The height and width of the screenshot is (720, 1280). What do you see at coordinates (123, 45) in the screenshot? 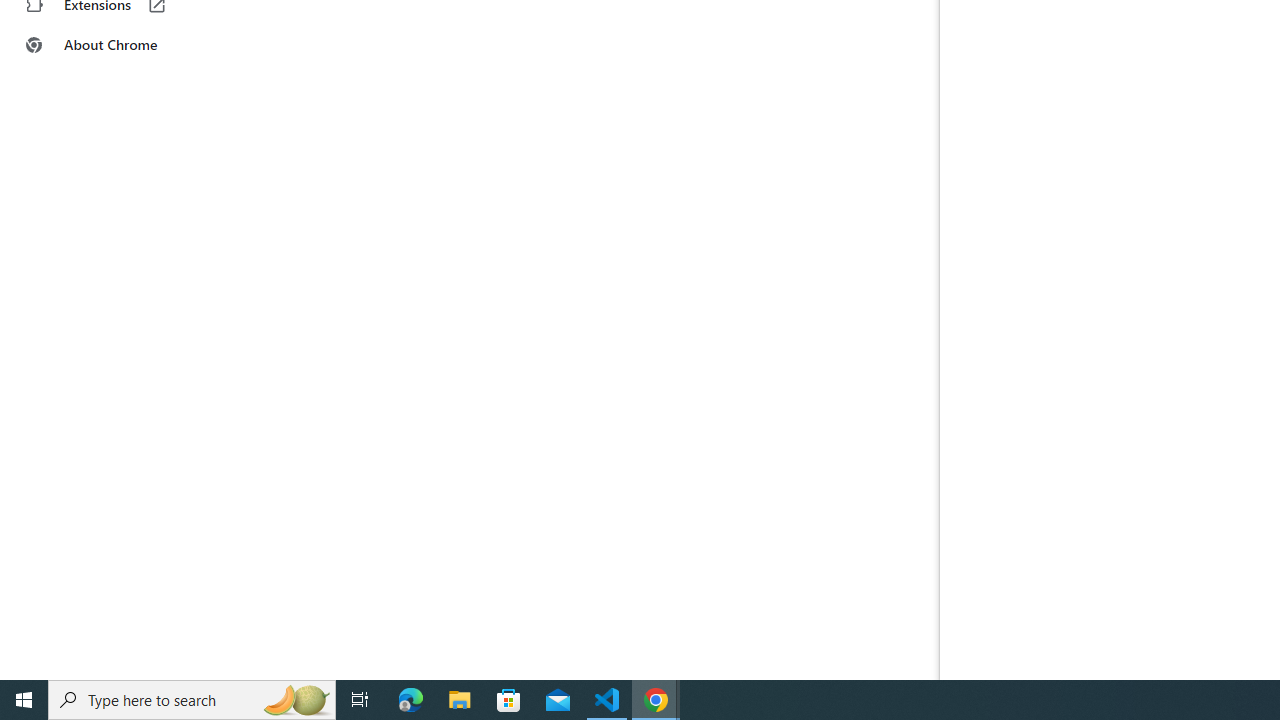
I see `'About Chrome'` at bounding box center [123, 45].